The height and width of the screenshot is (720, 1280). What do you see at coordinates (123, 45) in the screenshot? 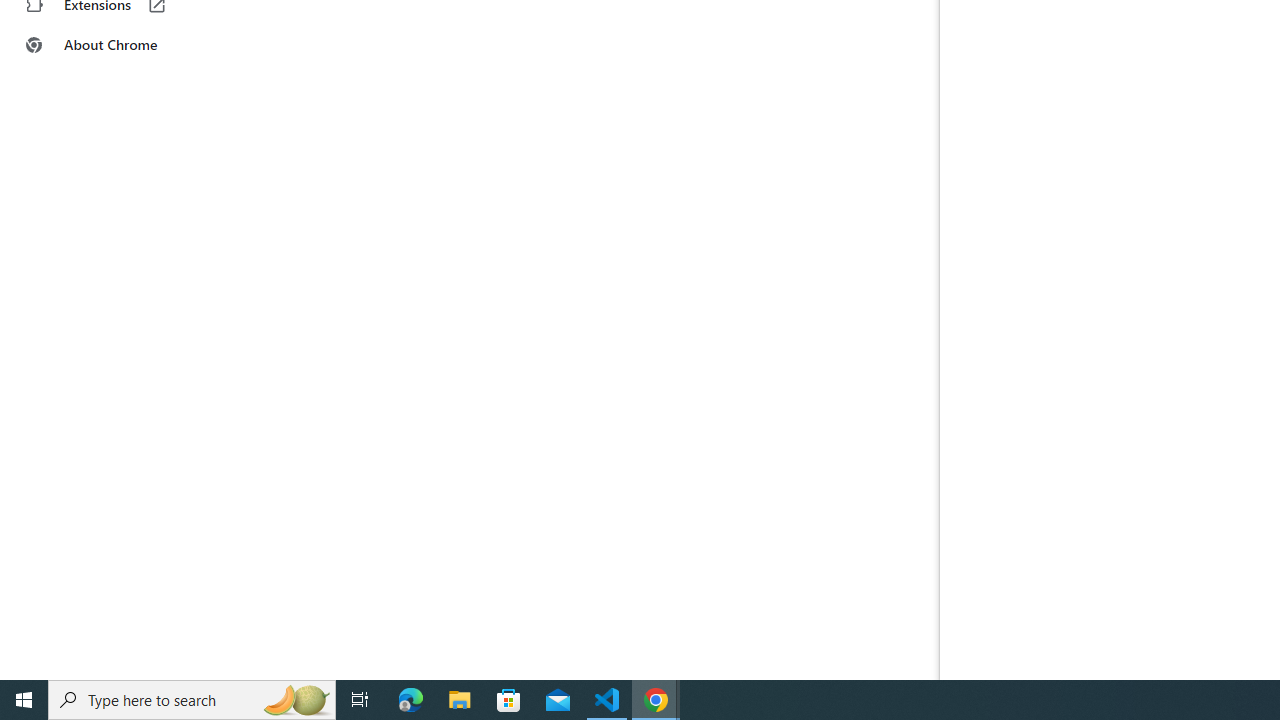
I see `'About Chrome'` at bounding box center [123, 45].